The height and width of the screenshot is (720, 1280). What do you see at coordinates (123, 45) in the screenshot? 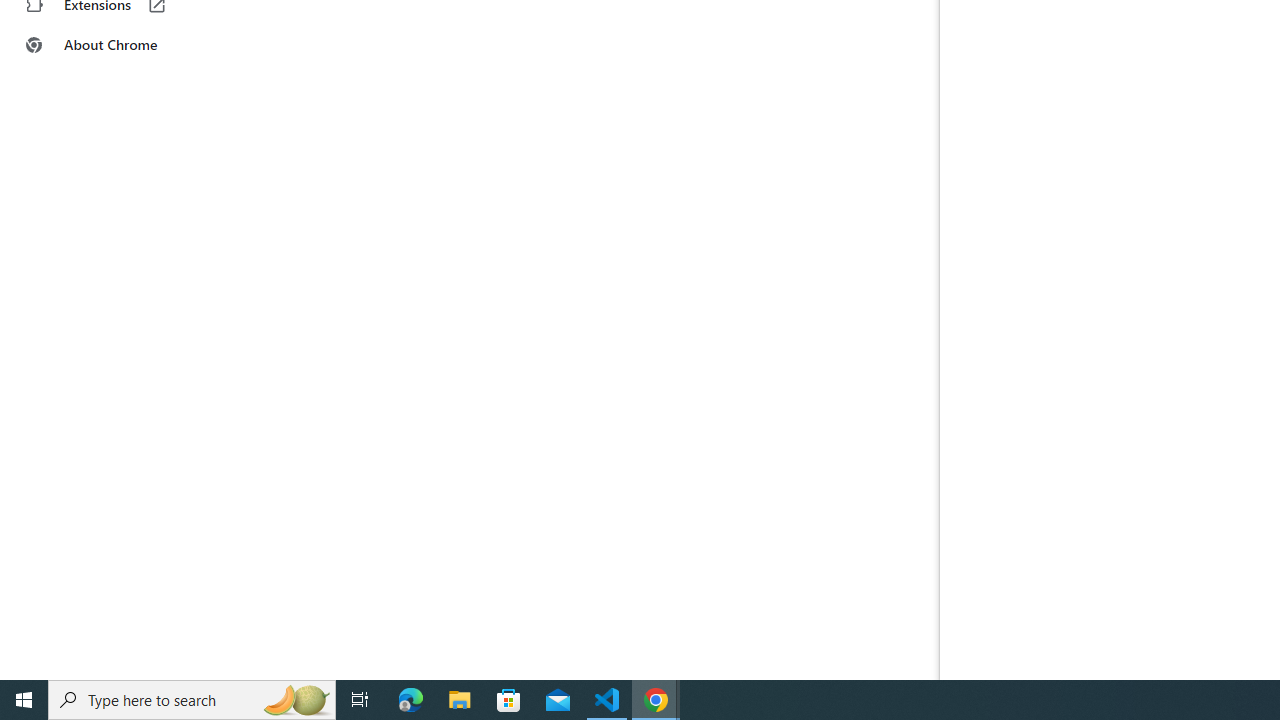
I see `'About Chrome'` at bounding box center [123, 45].